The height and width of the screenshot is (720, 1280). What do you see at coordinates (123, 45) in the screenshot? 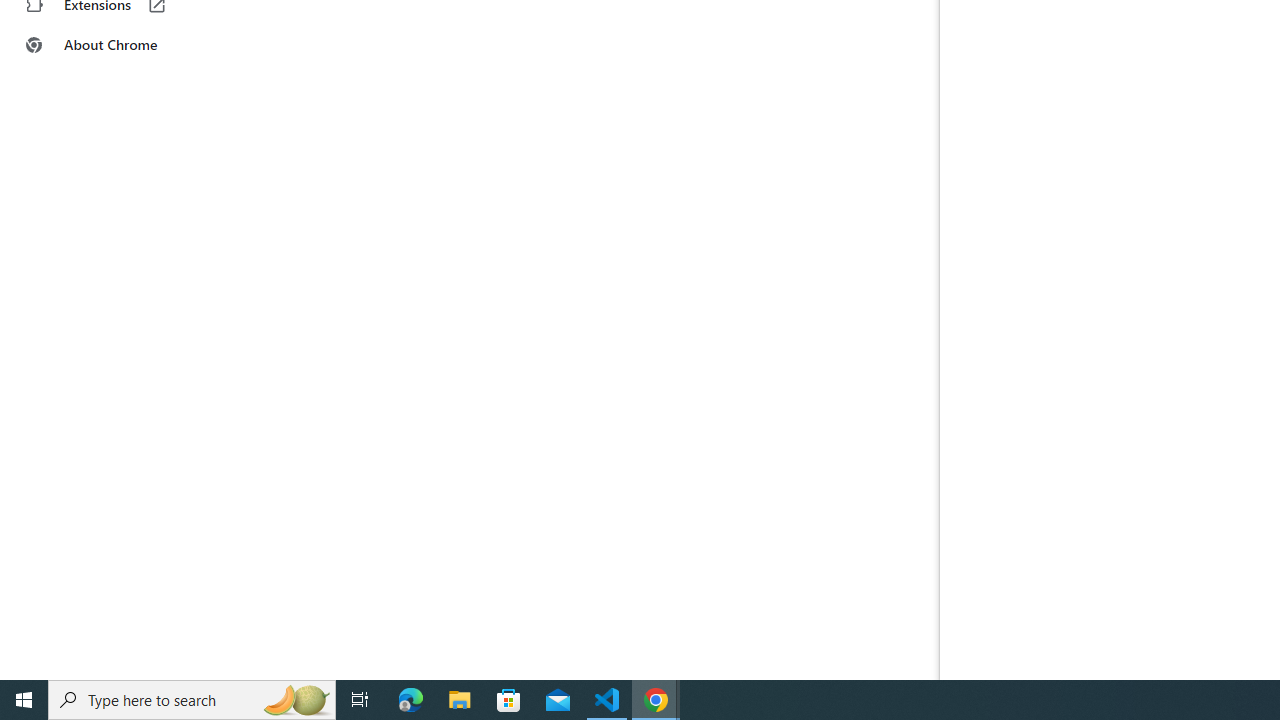
I see `'About Chrome'` at bounding box center [123, 45].